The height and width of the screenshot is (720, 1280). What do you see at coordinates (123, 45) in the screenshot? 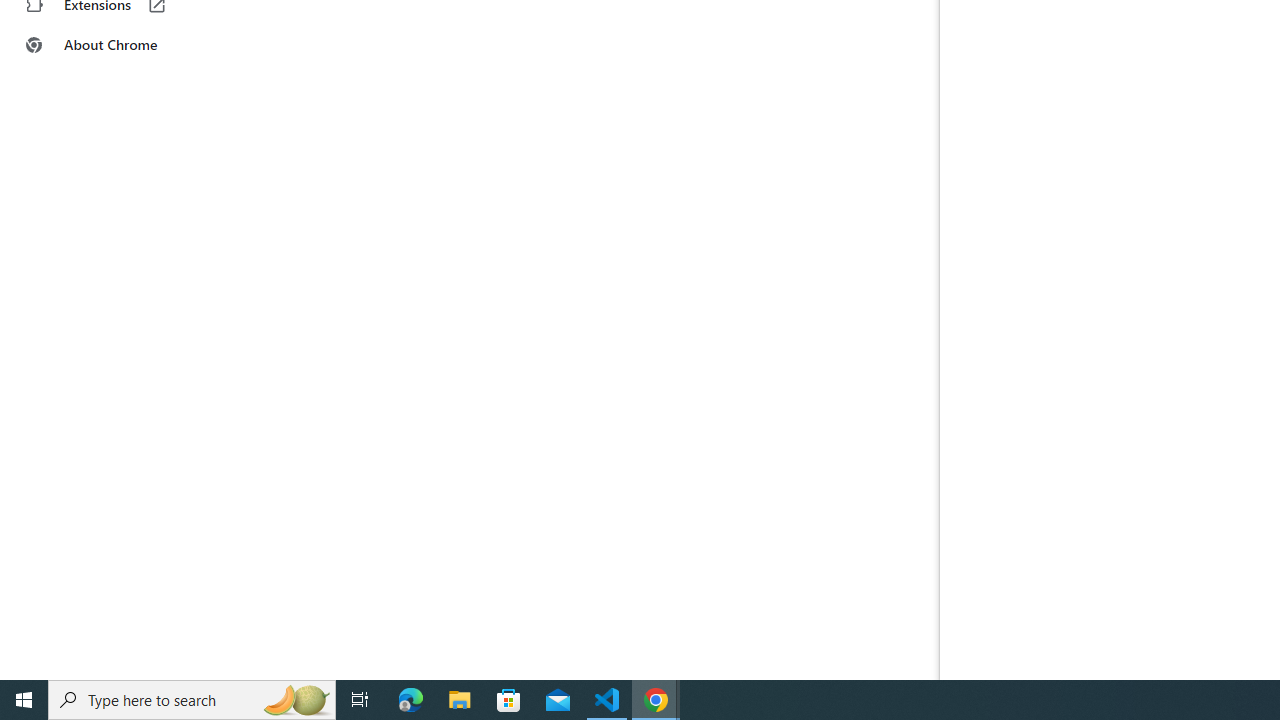
I see `'About Chrome'` at bounding box center [123, 45].